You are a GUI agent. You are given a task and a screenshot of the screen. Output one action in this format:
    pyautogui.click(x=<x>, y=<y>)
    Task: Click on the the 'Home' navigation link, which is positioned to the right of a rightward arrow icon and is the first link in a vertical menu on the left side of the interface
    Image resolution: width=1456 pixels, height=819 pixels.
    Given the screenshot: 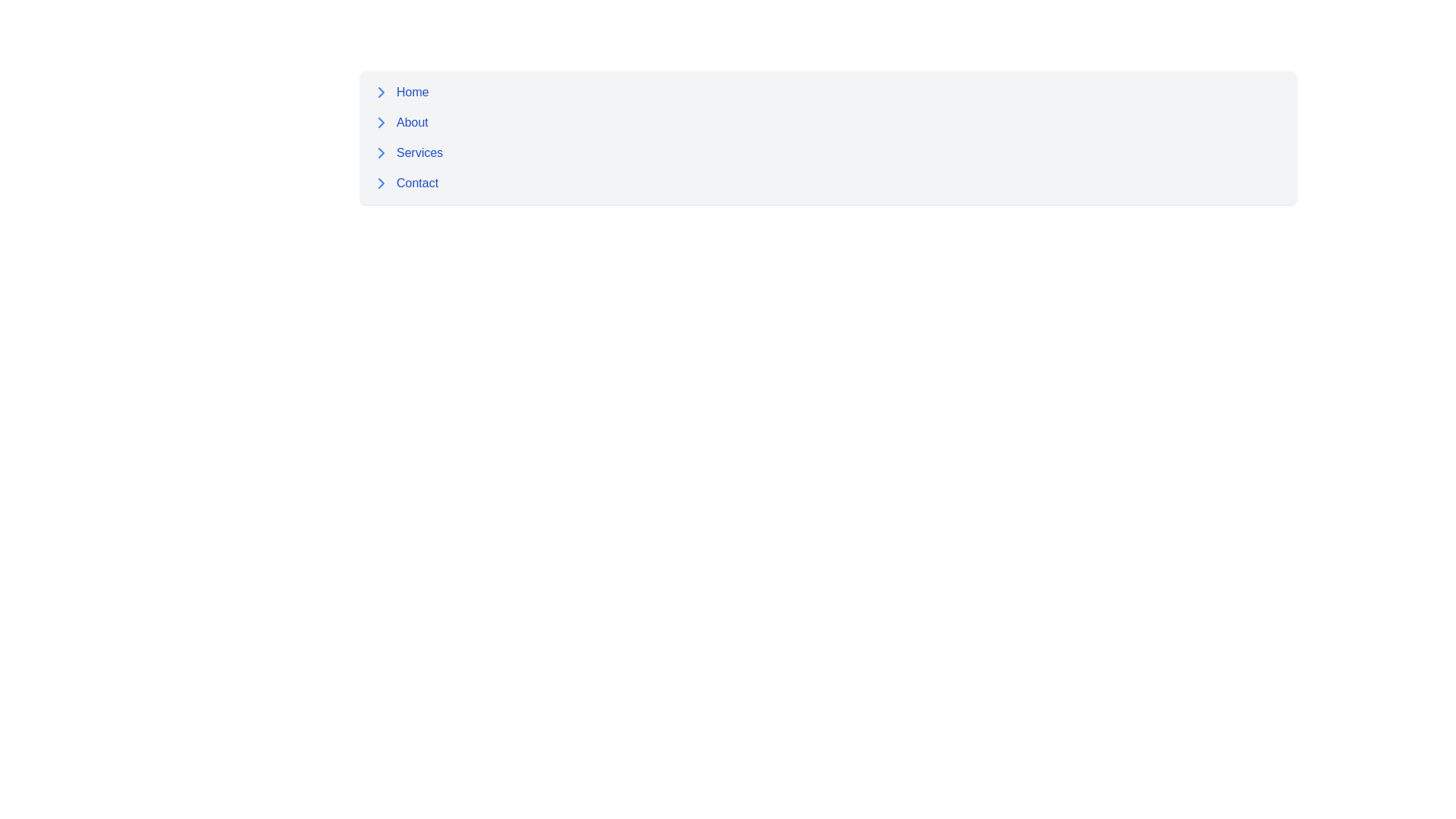 What is the action you would take?
    pyautogui.click(x=413, y=93)
    